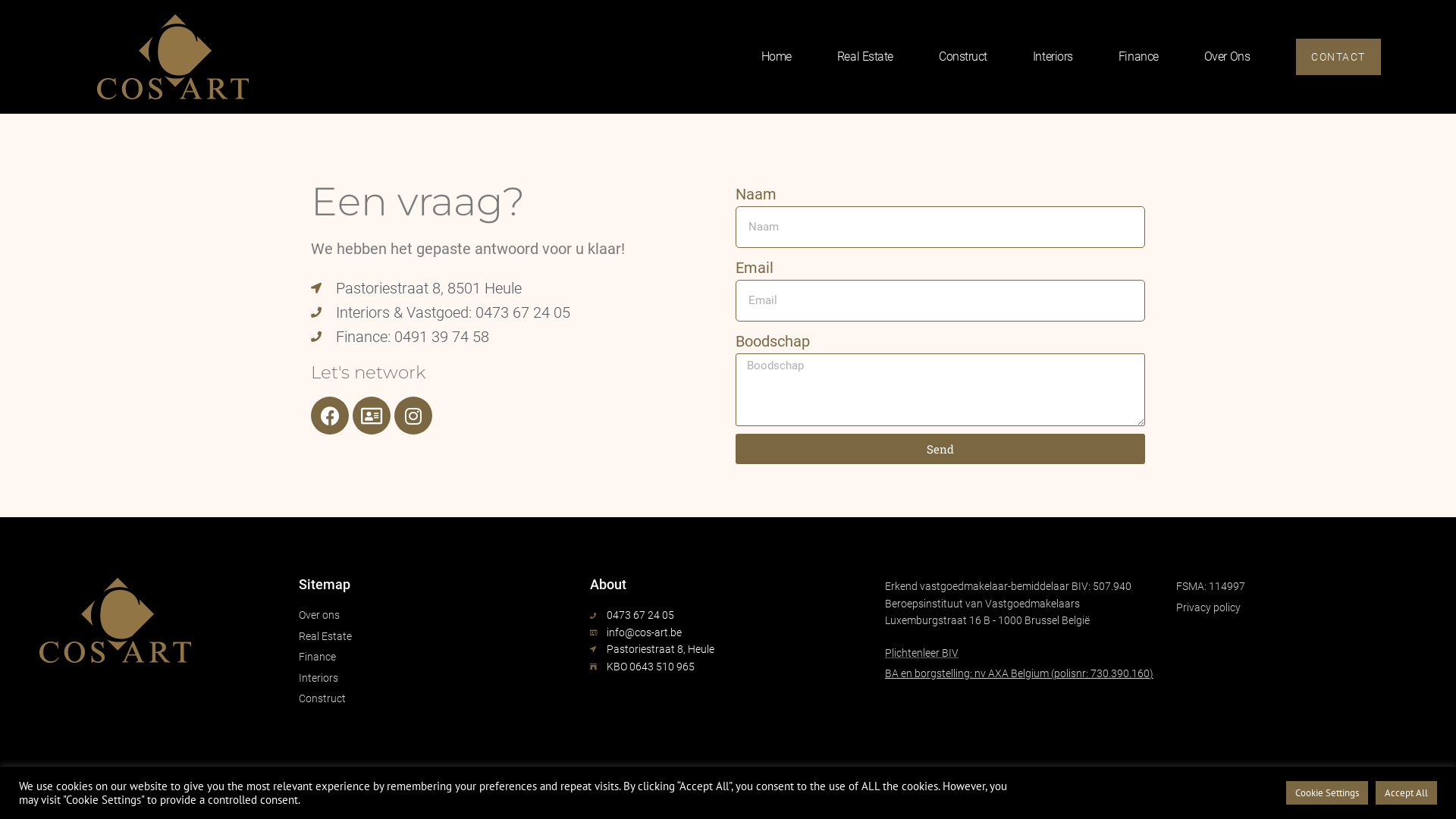 This screenshot has height=819, width=1456. Describe the element at coordinates (588, 648) in the screenshot. I see `'Pastoriestraat 8, Heule'` at that location.